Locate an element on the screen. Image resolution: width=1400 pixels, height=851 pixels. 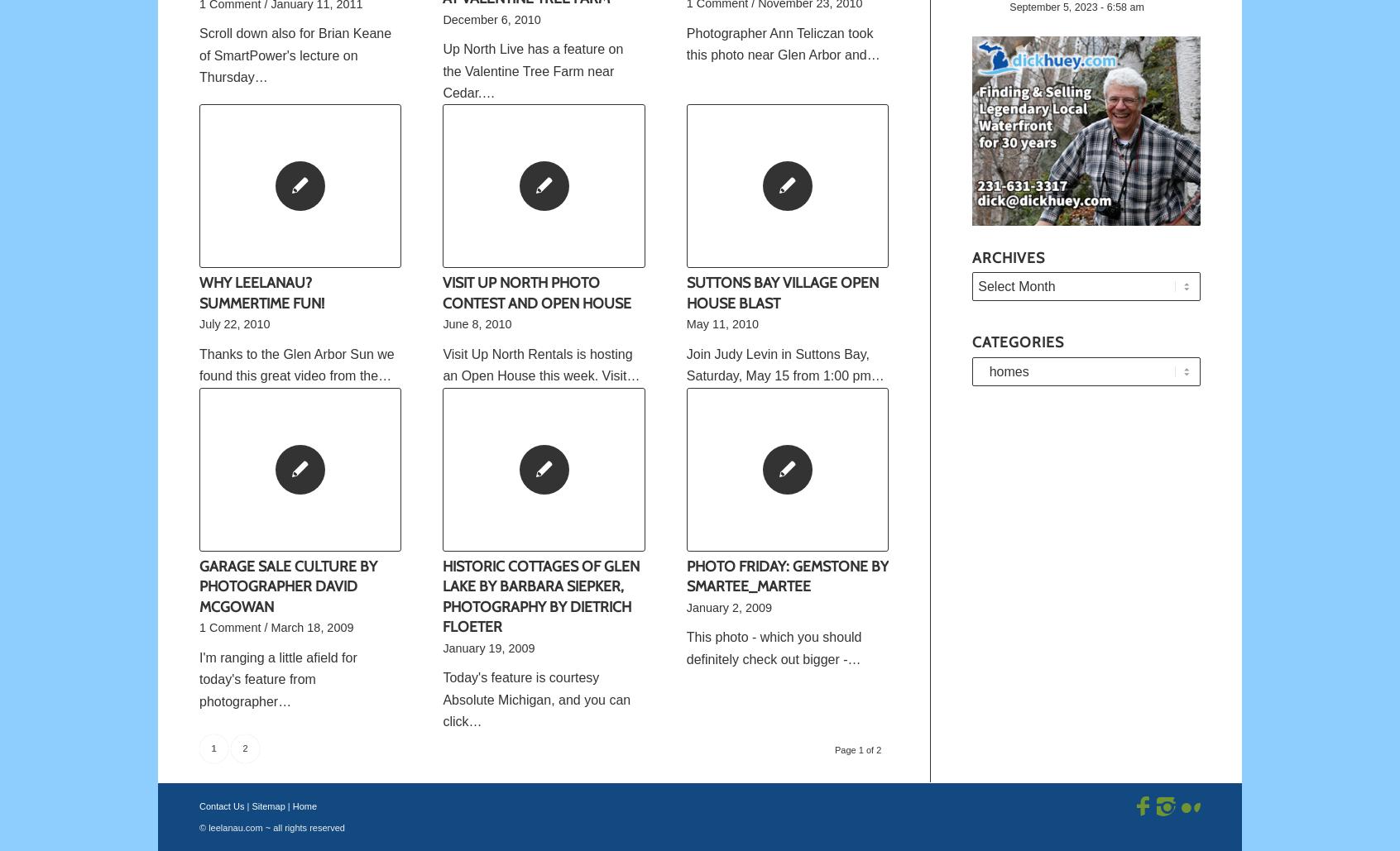
'Join Judy Levin in Suttons Bay, Saturday, May 15 from 1:00 pm…' is located at coordinates (784, 365).